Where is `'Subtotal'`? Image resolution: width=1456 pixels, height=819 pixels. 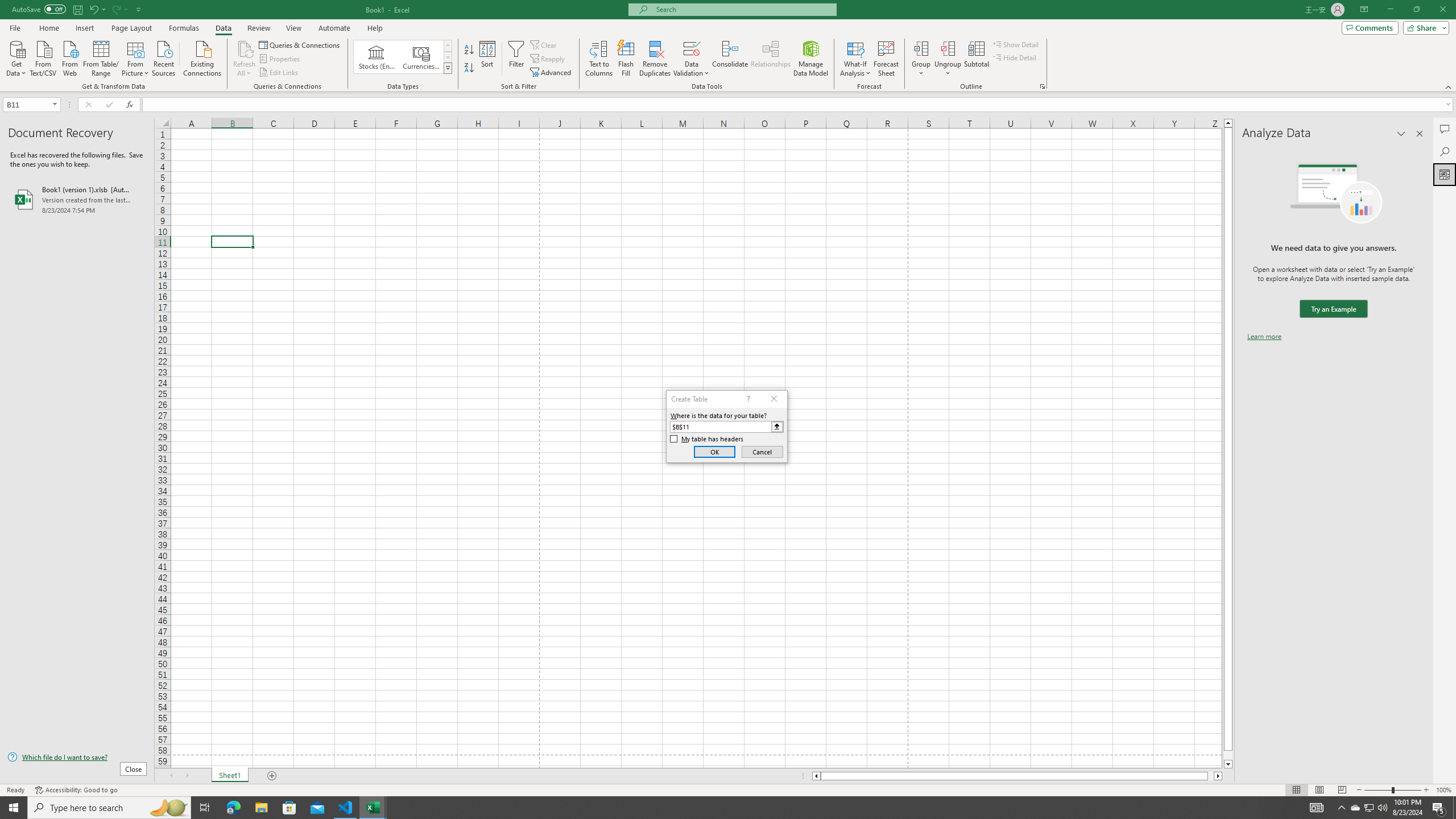 'Subtotal' is located at coordinates (976, 59).